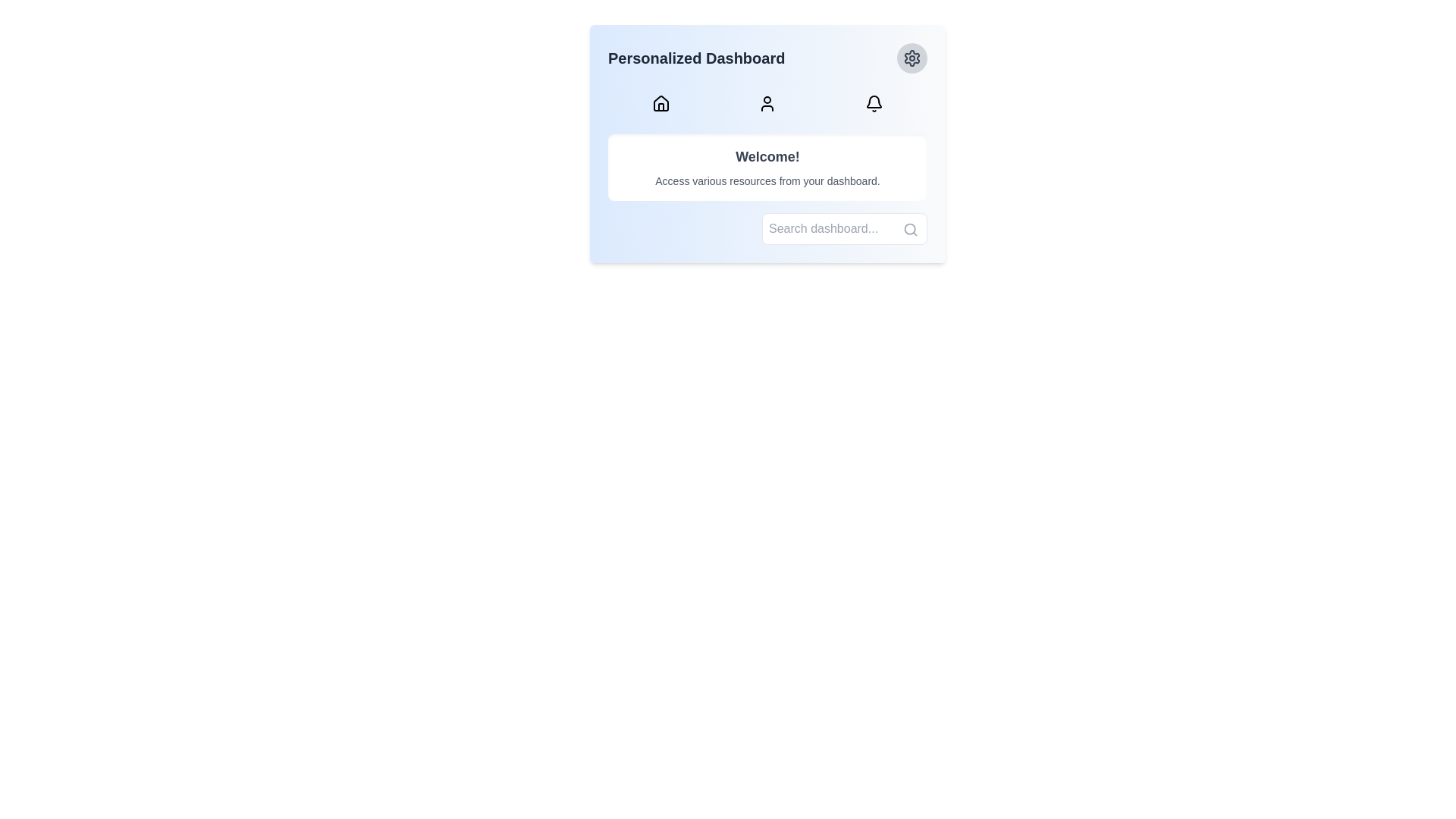 Image resolution: width=1456 pixels, height=819 pixels. I want to click on the house-shaped icon in the navigation bar, so click(661, 102).